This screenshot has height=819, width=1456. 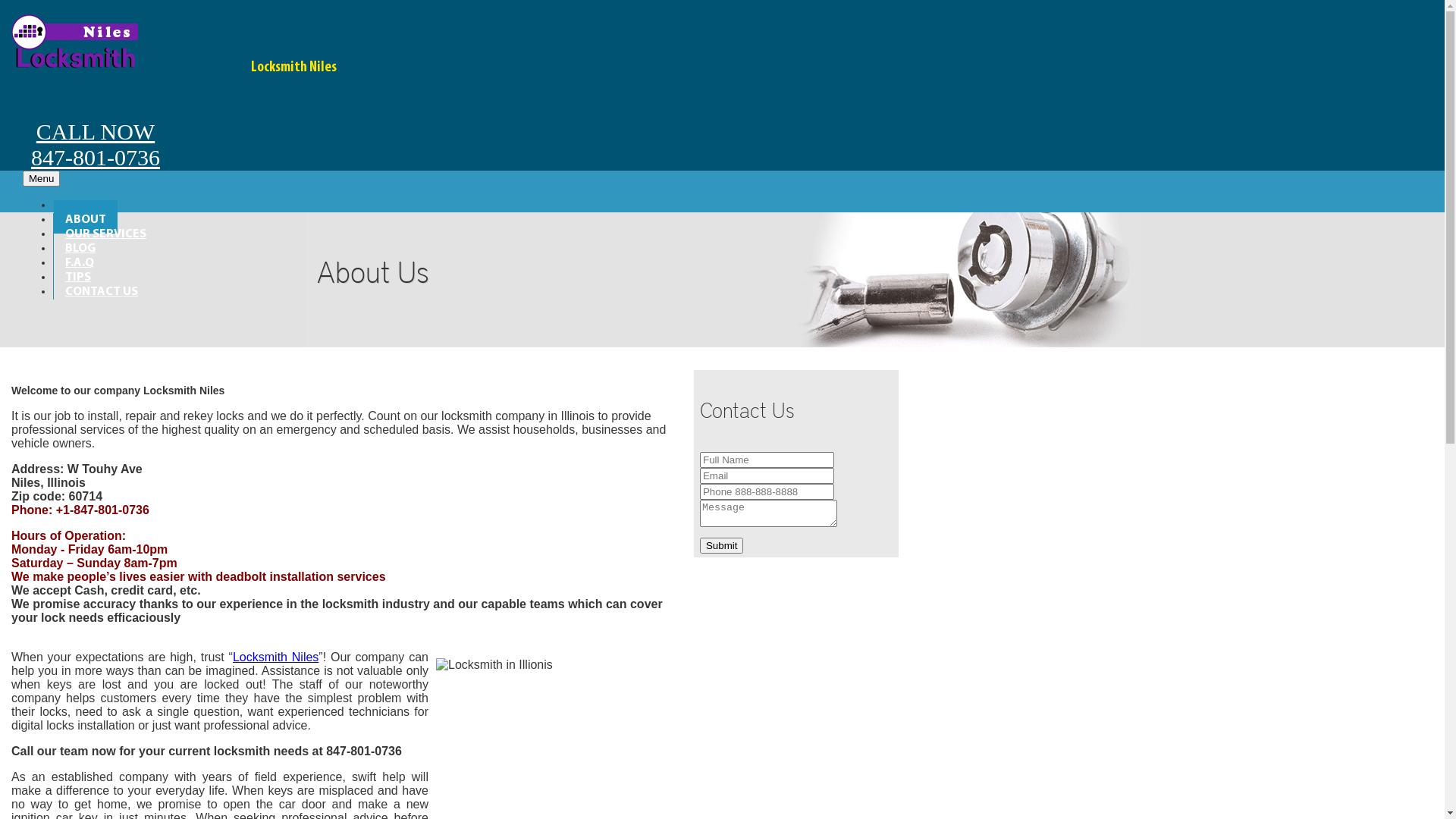 What do you see at coordinates (77, 275) in the screenshot?
I see `'TIPS'` at bounding box center [77, 275].